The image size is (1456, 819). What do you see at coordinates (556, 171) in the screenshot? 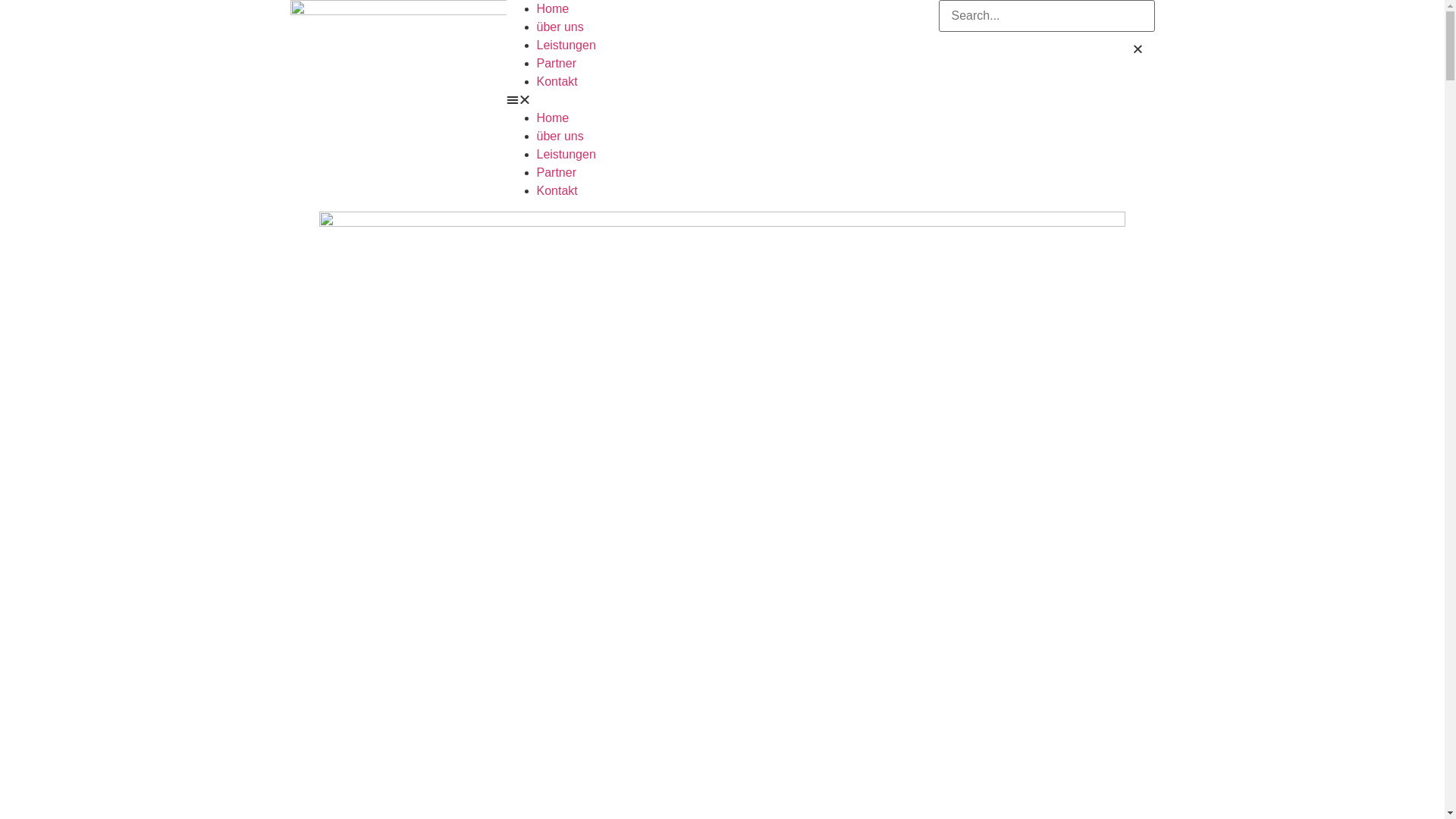
I see `'Partner'` at bounding box center [556, 171].